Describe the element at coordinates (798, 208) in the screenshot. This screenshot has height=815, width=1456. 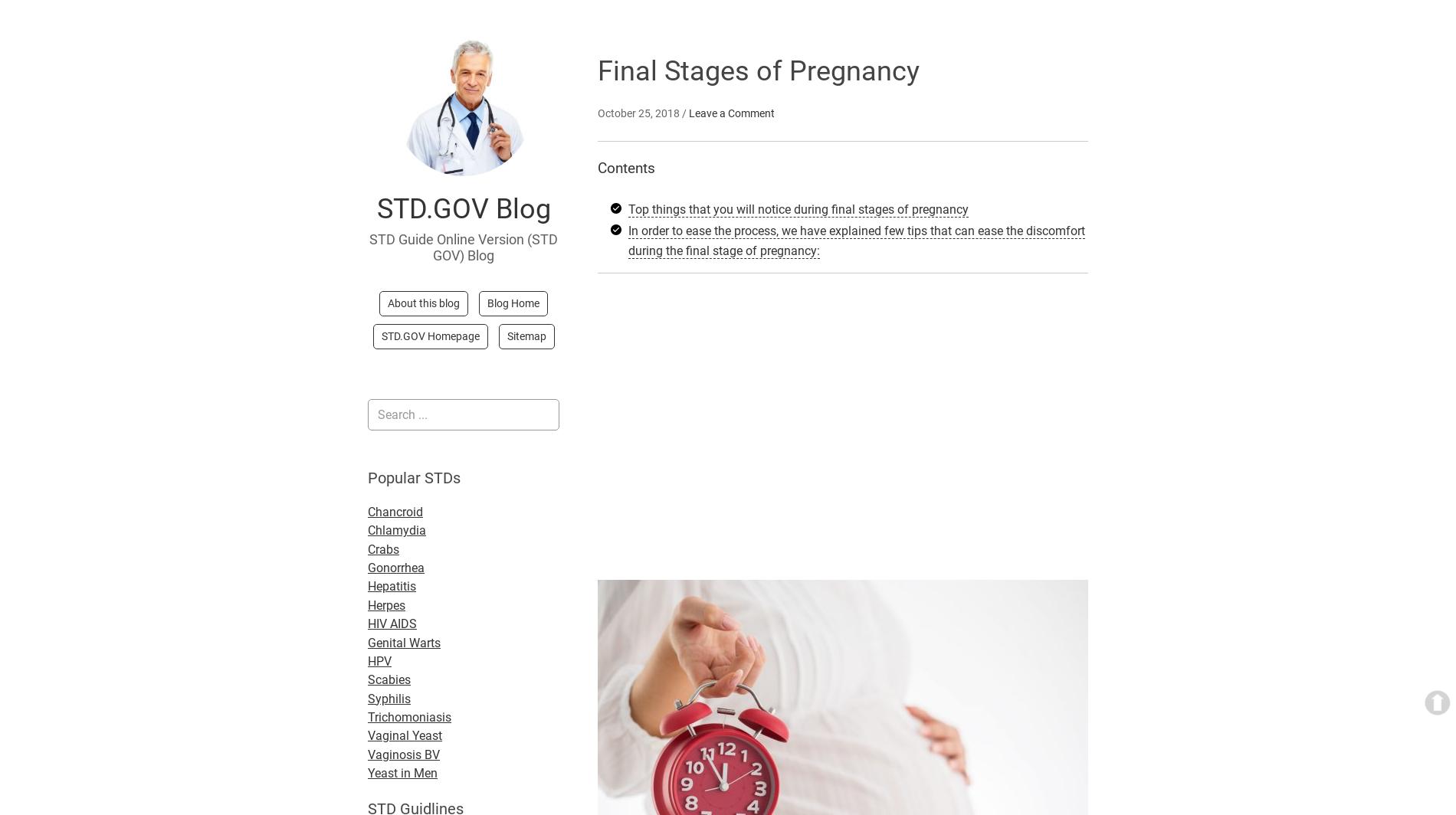
I see `'Top things that you will notice during final stages of pregnancy'` at that location.